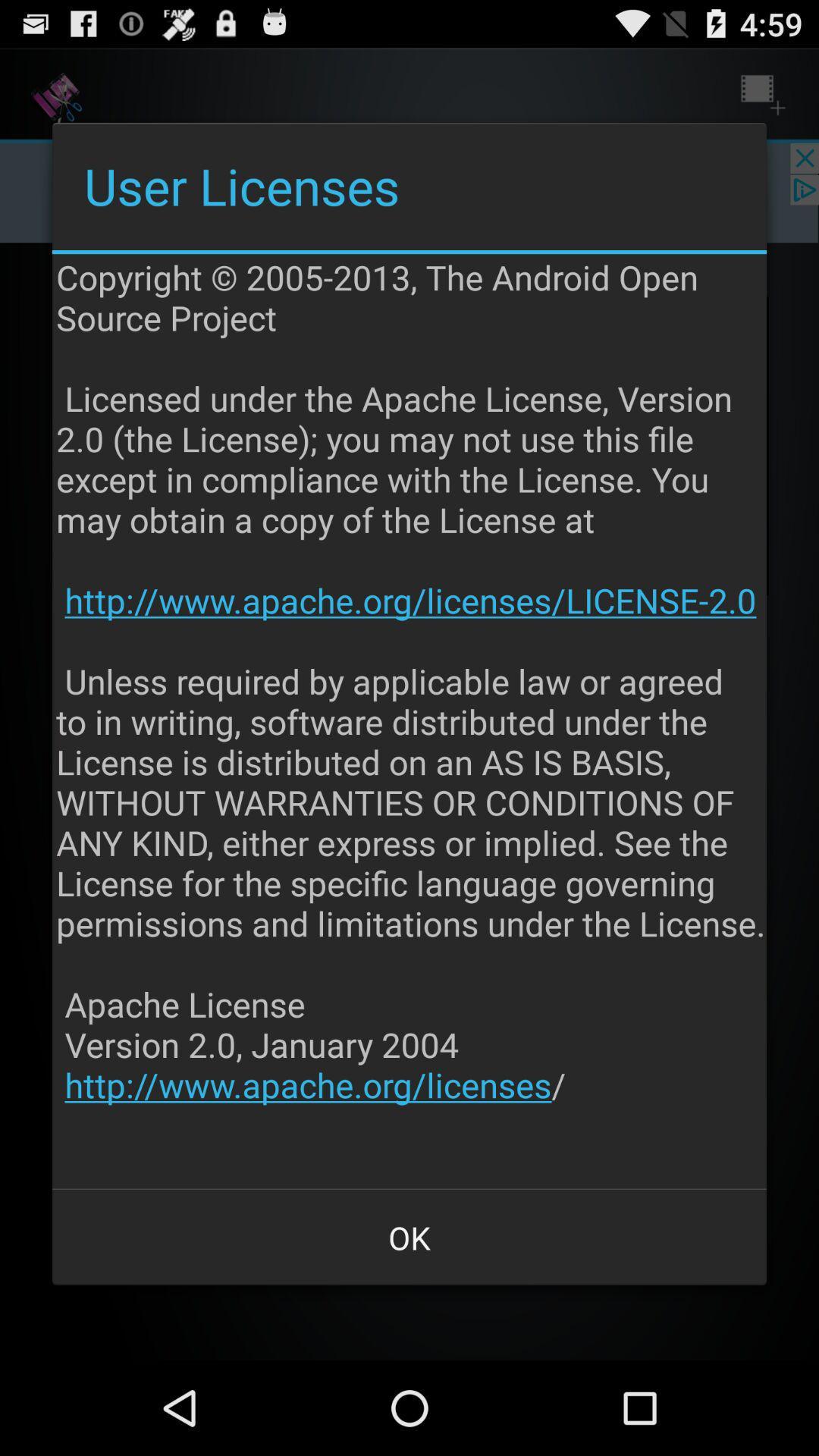 The height and width of the screenshot is (1456, 819). What do you see at coordinates (411, 720) in the screenshot?
I see `item at the center` at bounding box center [411, 720].